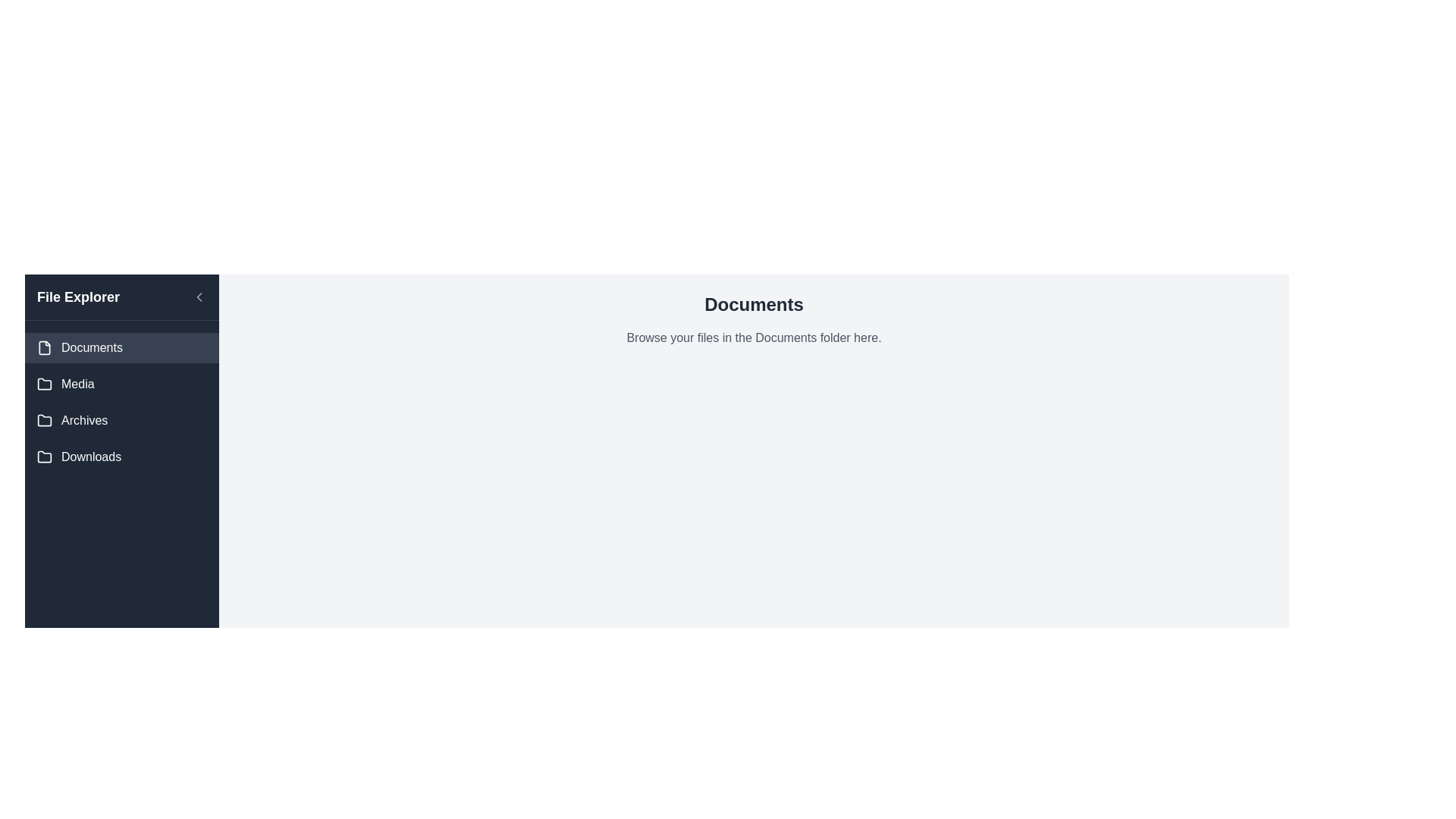  What do you see at coordinates (199, 297) in the screenshot?
I see `the small triangular arrow icon pointing to the left, which is located near the top left of the sidebar, adjacent to the 'File Explorer' label` at bounding box center [199, 297].